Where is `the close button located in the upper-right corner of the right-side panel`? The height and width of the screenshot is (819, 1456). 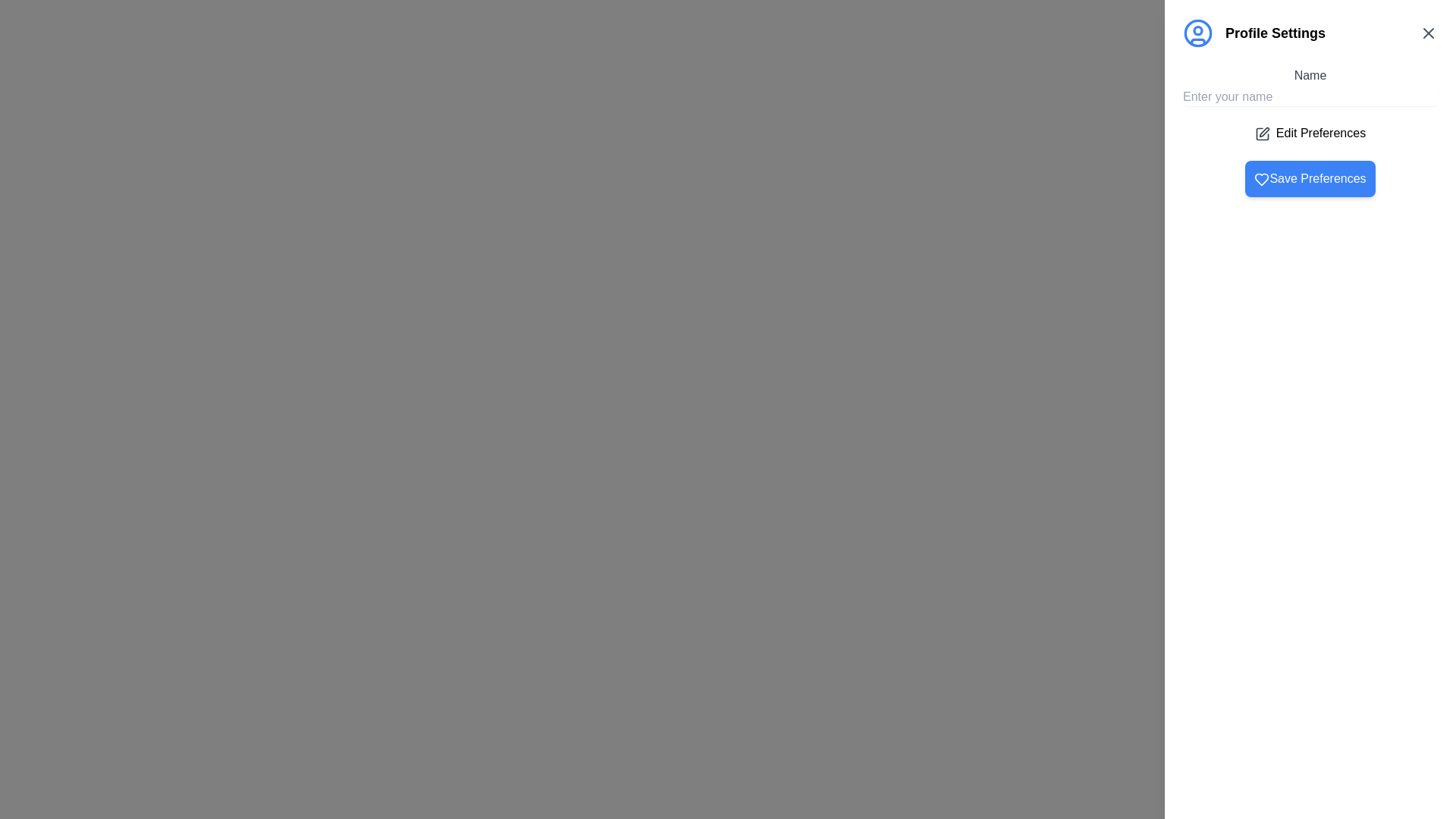 the close button located in the upper-right corner of the right-side panel is located at coordinates (1427, 33).